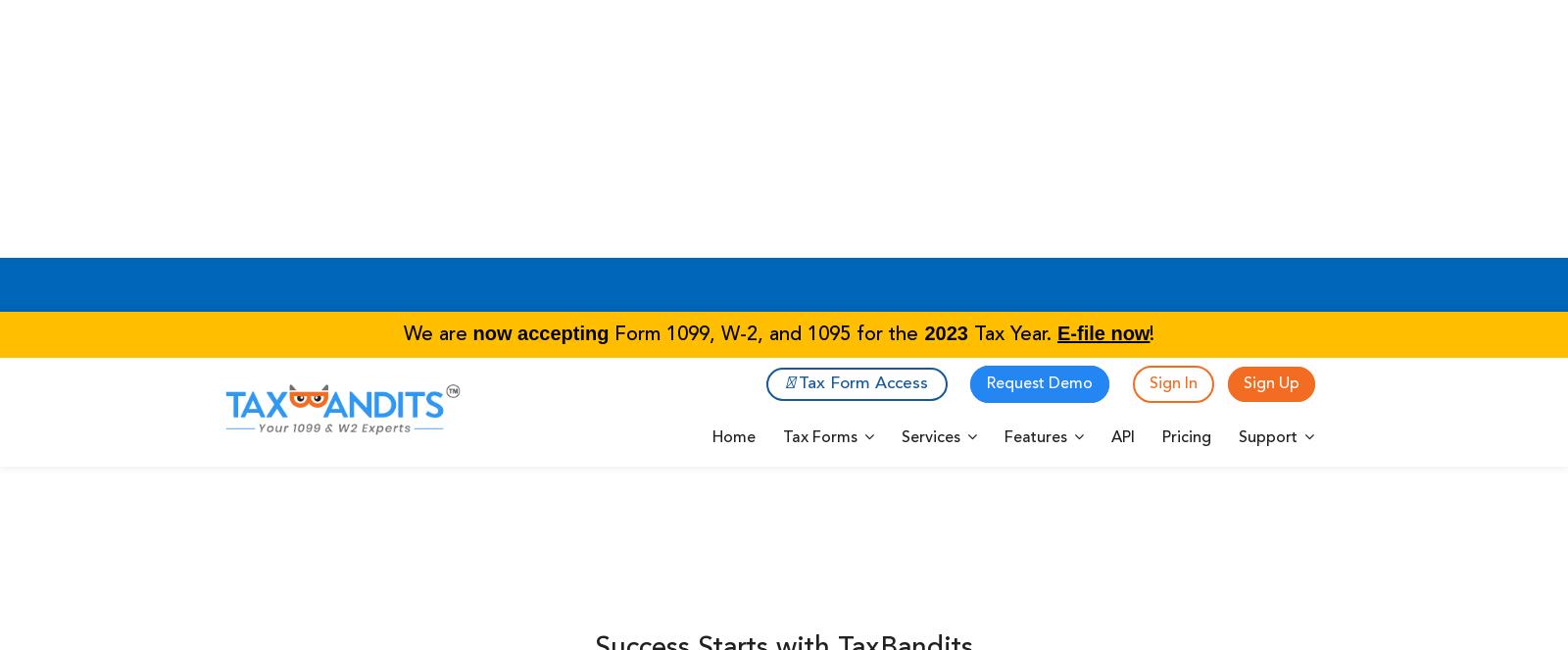 The width and height of the screenshot is (1568, 650). I want to click on 'Sign Up', so click(1242, 71).